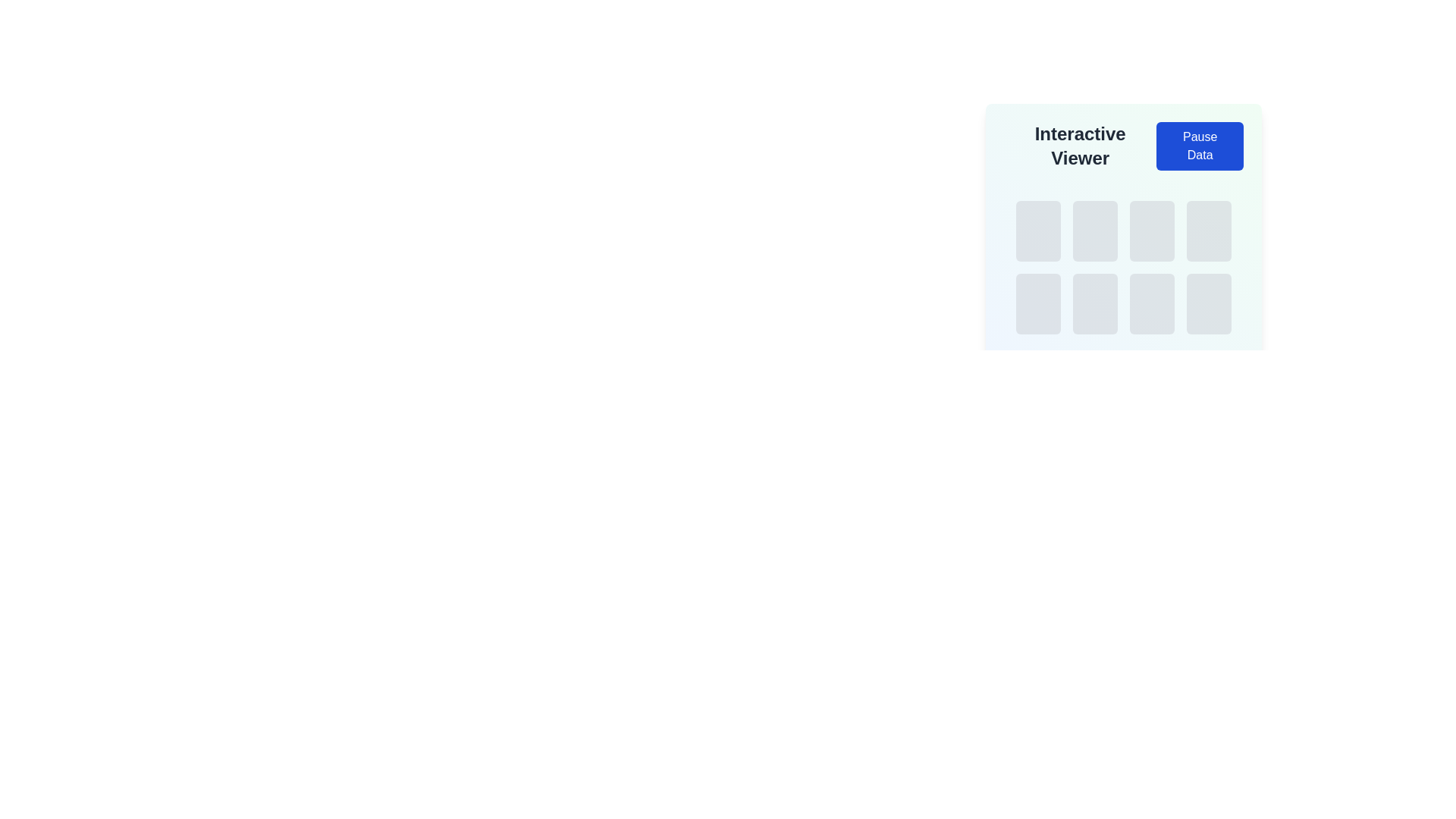 The image size is (1456, 819). Describe the element at coordinates (1199, 146) in the screenshot. I see `the pause button located to the right of the 'Interactive Viewer' text` at that location.